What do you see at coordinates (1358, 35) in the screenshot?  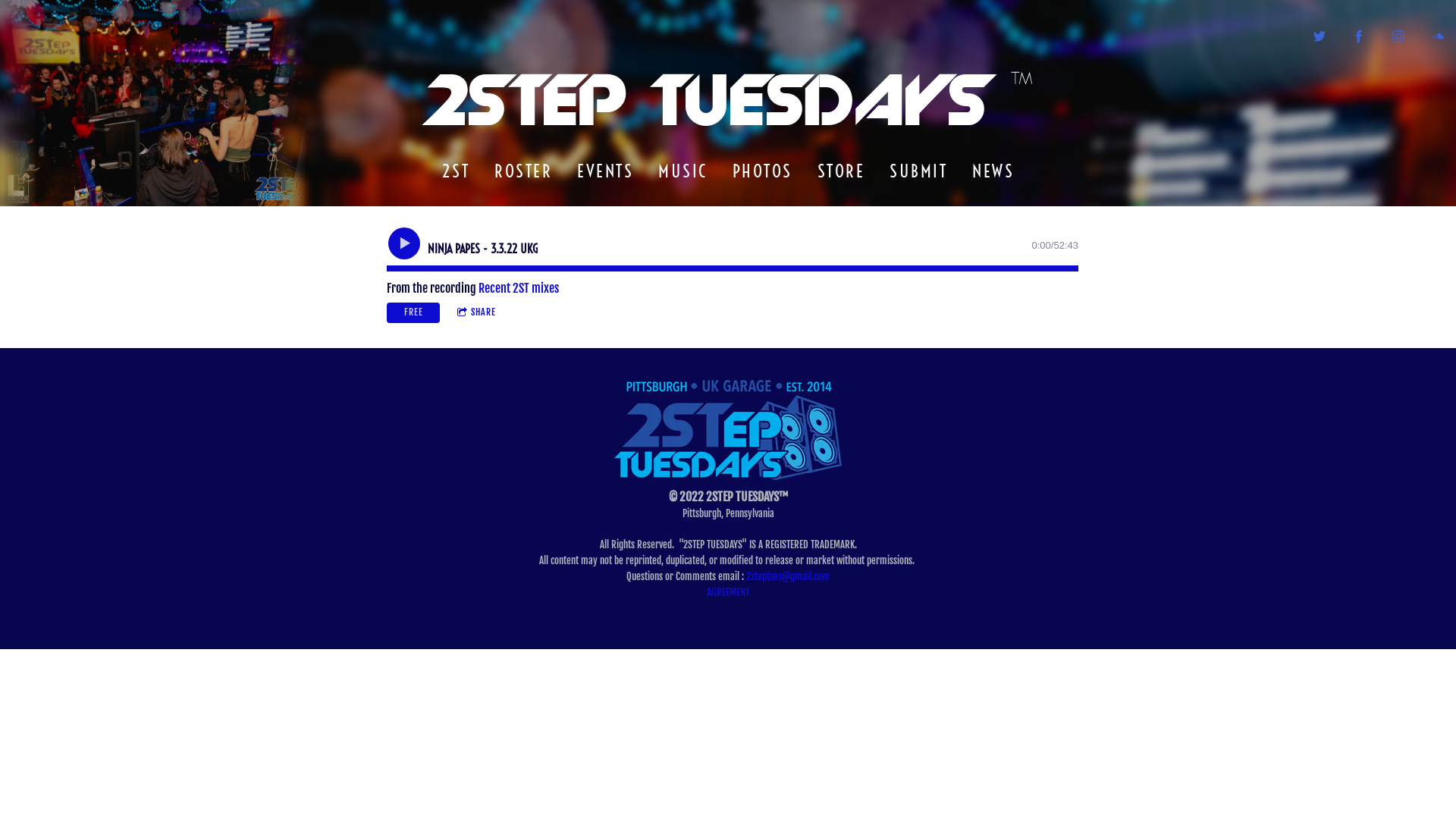 I see `'http://facebook.com/2steptues'` at bounding box center [1358, 35].